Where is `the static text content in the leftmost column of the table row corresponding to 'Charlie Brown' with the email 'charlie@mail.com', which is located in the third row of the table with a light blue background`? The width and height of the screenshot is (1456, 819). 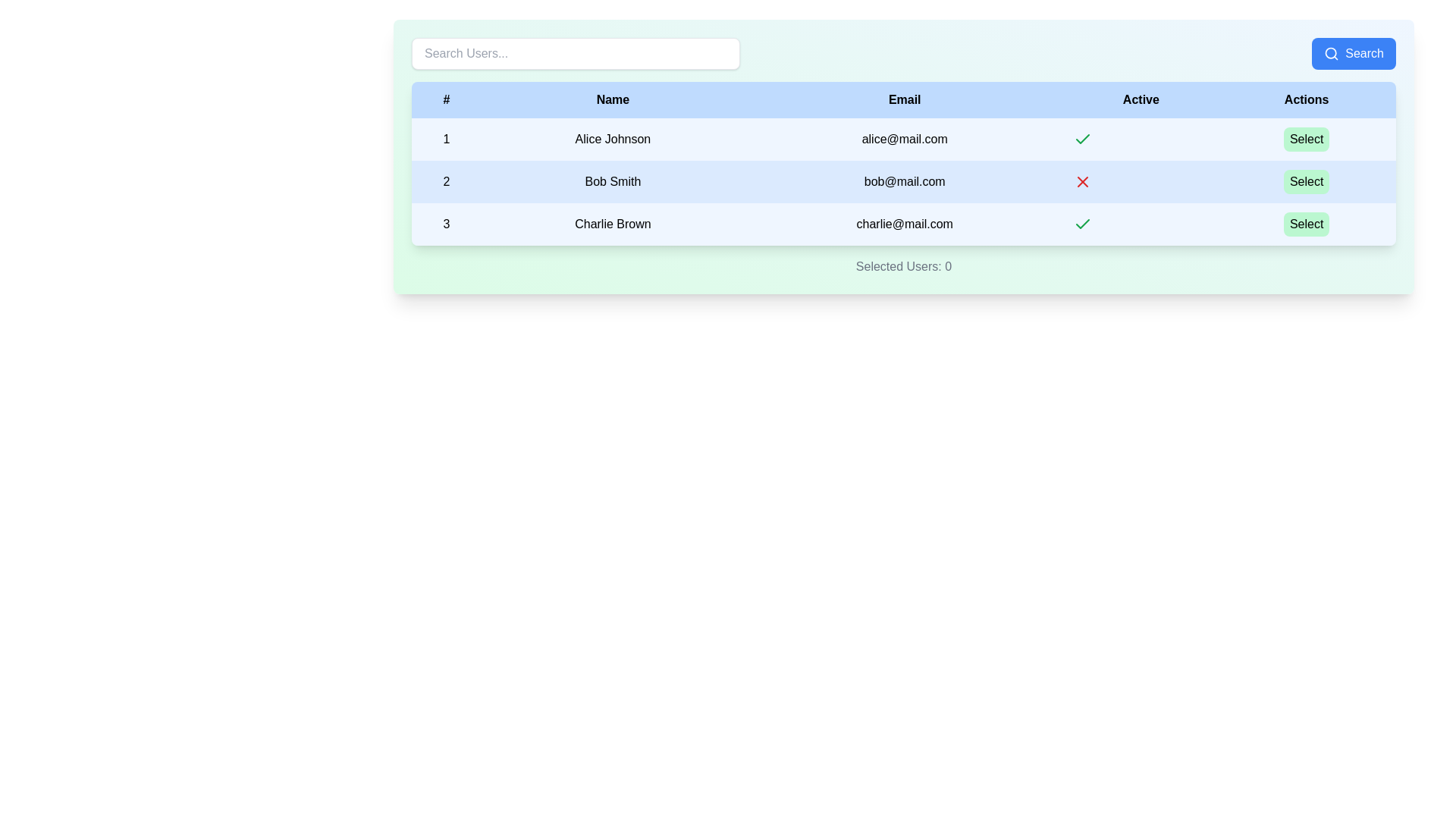 the static text content in the leftmost column of the table row corresponding to 'Charlie Brown' with the email 'charlie@mail.com', which is located in the third row of the table with a light blue background is located at coordinates (445, 224).